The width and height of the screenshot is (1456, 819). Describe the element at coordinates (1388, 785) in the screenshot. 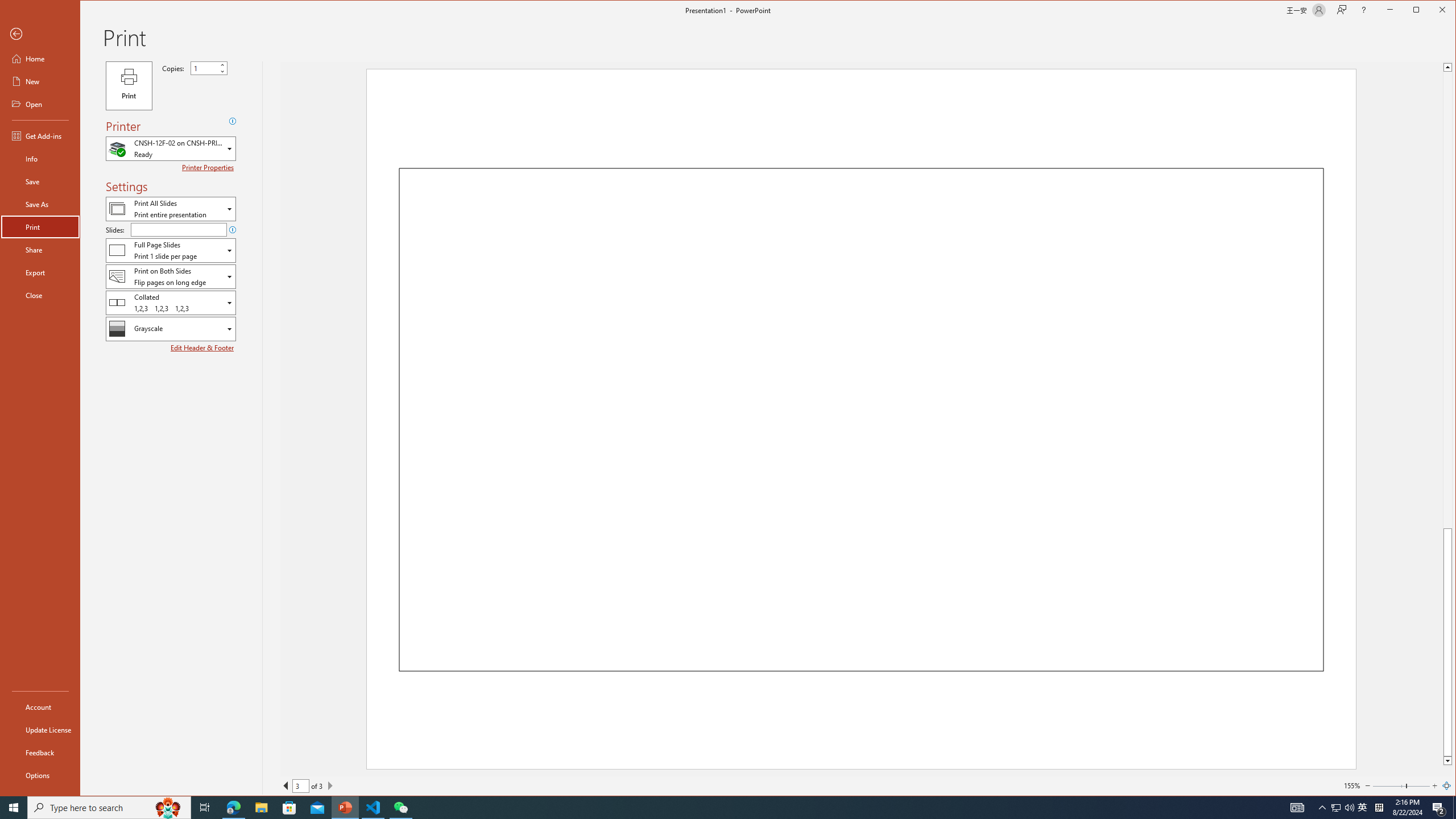

I see `'Page left'` at that location.